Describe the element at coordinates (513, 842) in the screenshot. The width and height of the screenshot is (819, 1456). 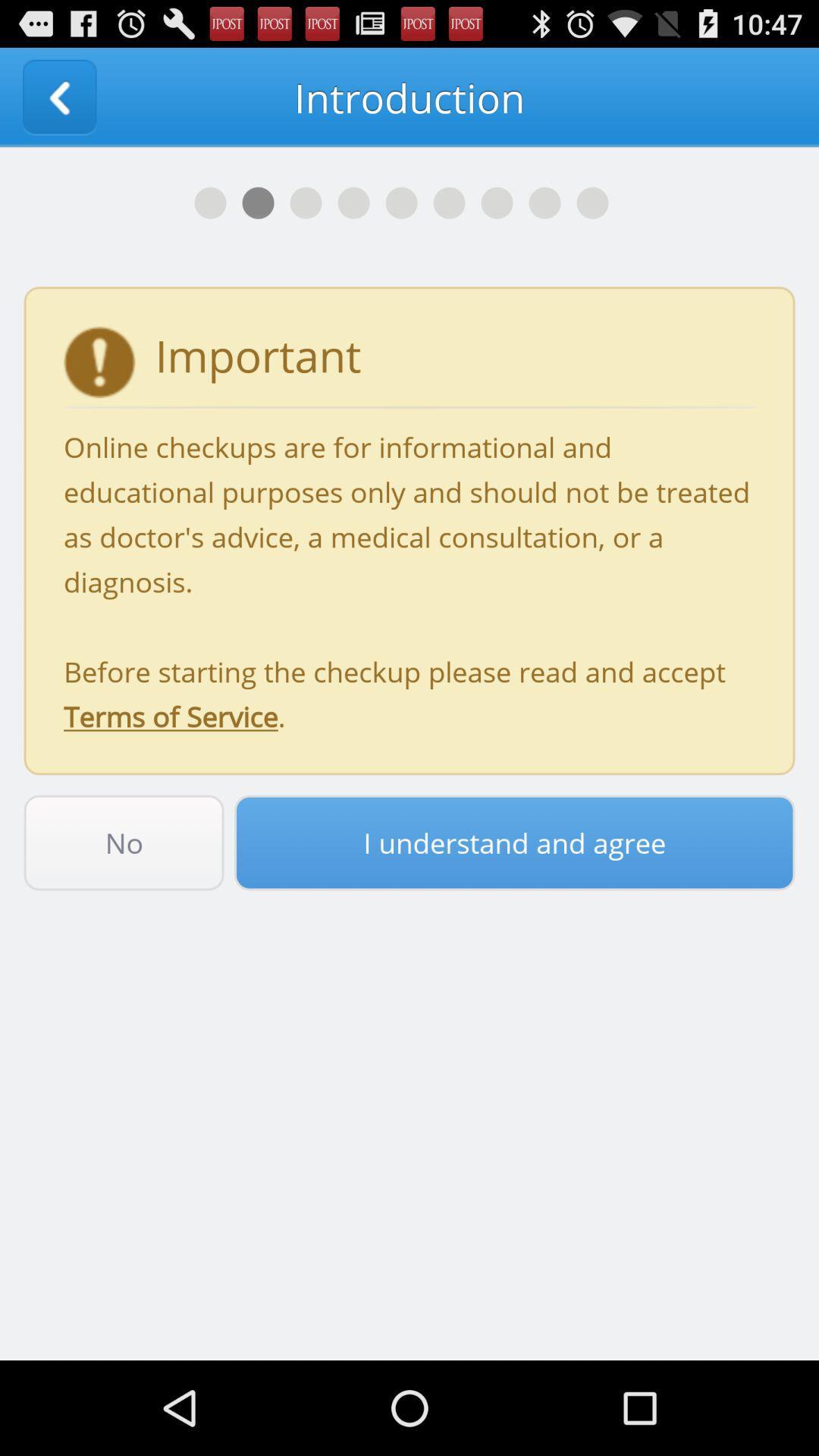
I see `the icon below online checkups are item` at that location.